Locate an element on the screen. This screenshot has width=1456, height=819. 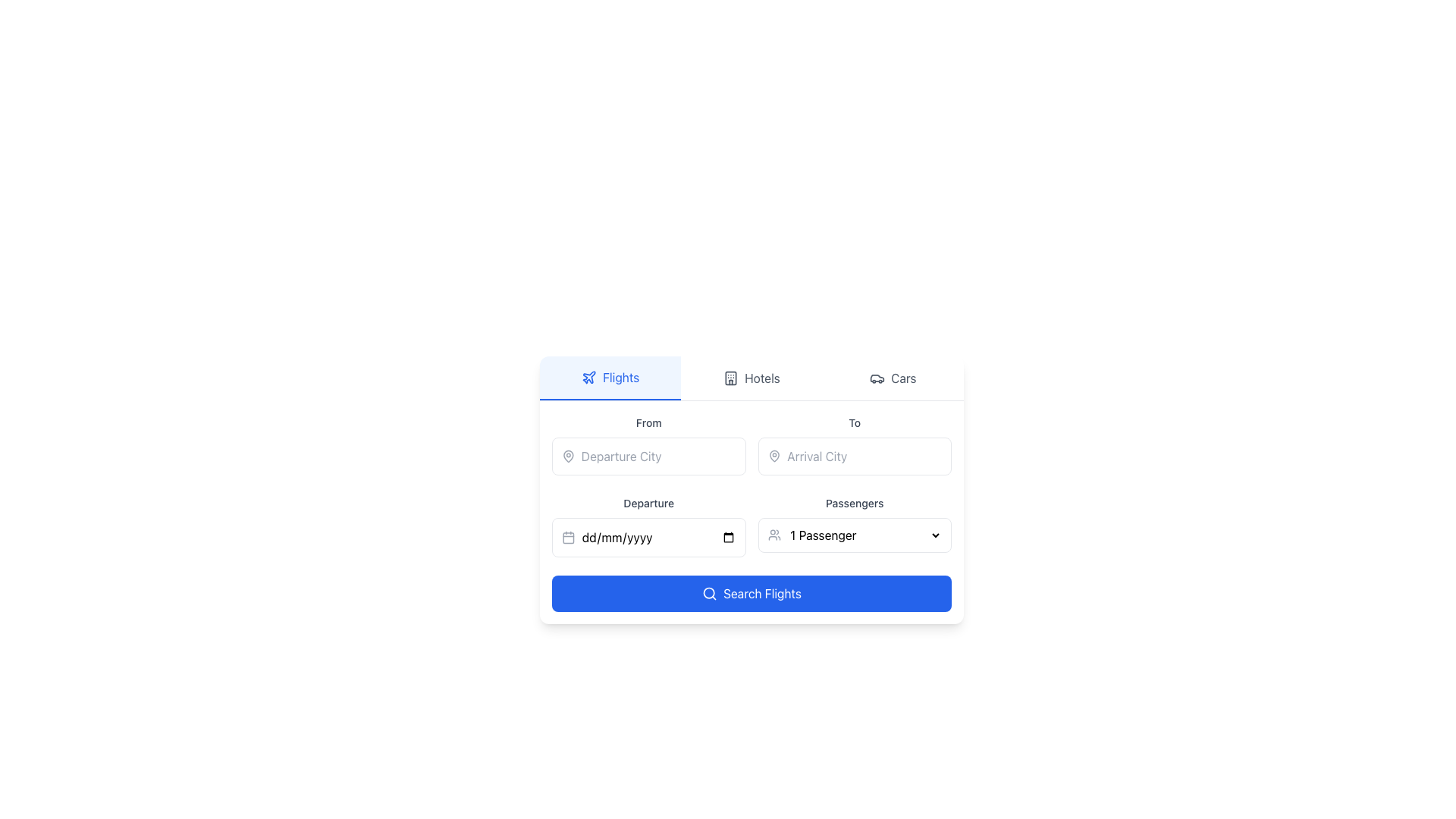
the airplane icon representing the 'Flights' tab in the navigation bar is located at coordinates (588, 376).